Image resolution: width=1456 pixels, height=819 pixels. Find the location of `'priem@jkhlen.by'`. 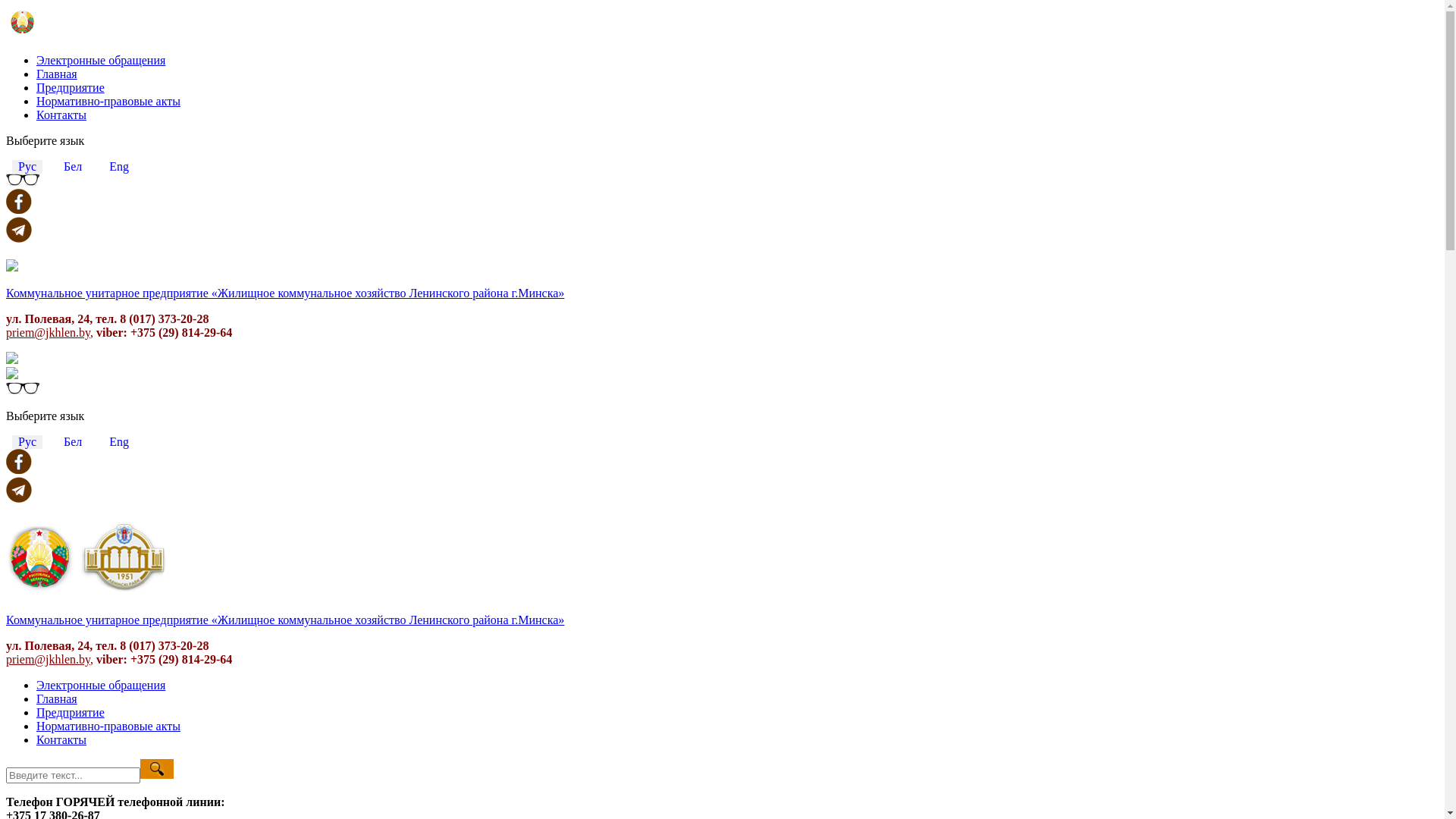

'priem@jkhlen.by' is located at coordinates (6, 658).